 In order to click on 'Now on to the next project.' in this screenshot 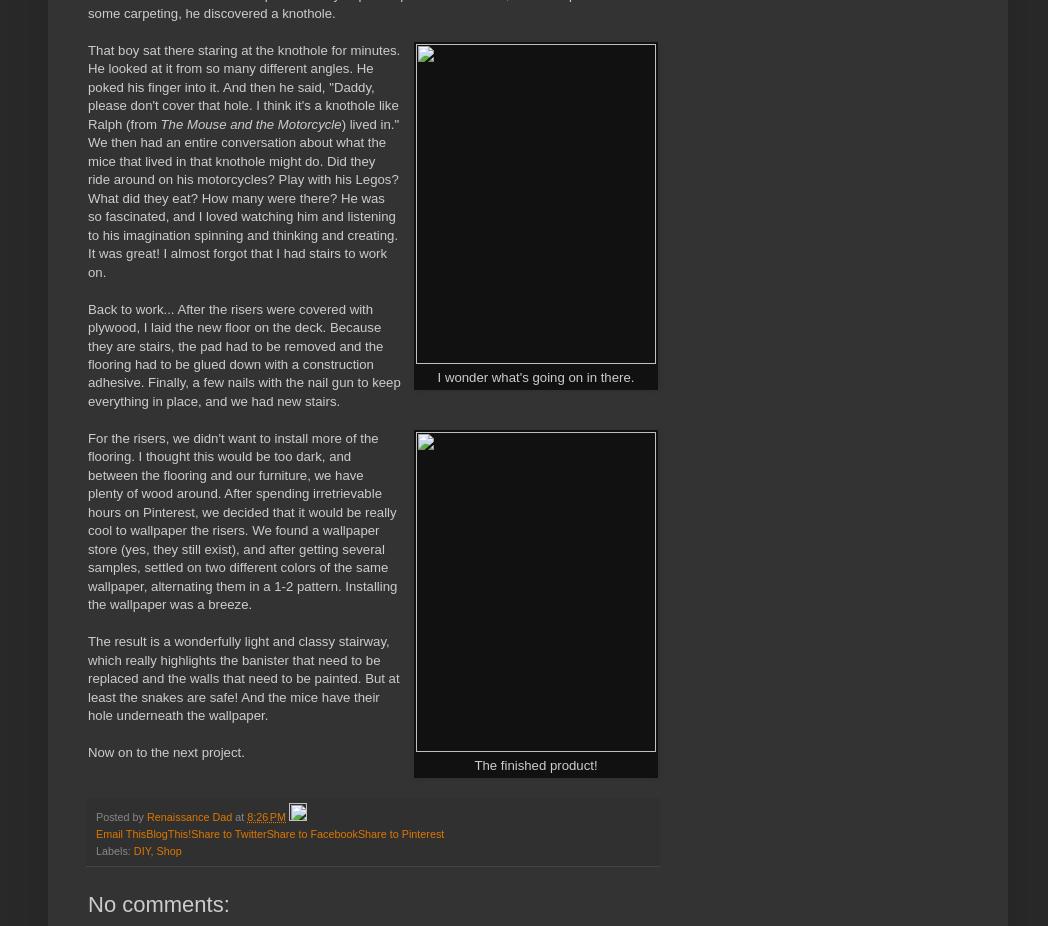, I will do `click(166, 752)`.